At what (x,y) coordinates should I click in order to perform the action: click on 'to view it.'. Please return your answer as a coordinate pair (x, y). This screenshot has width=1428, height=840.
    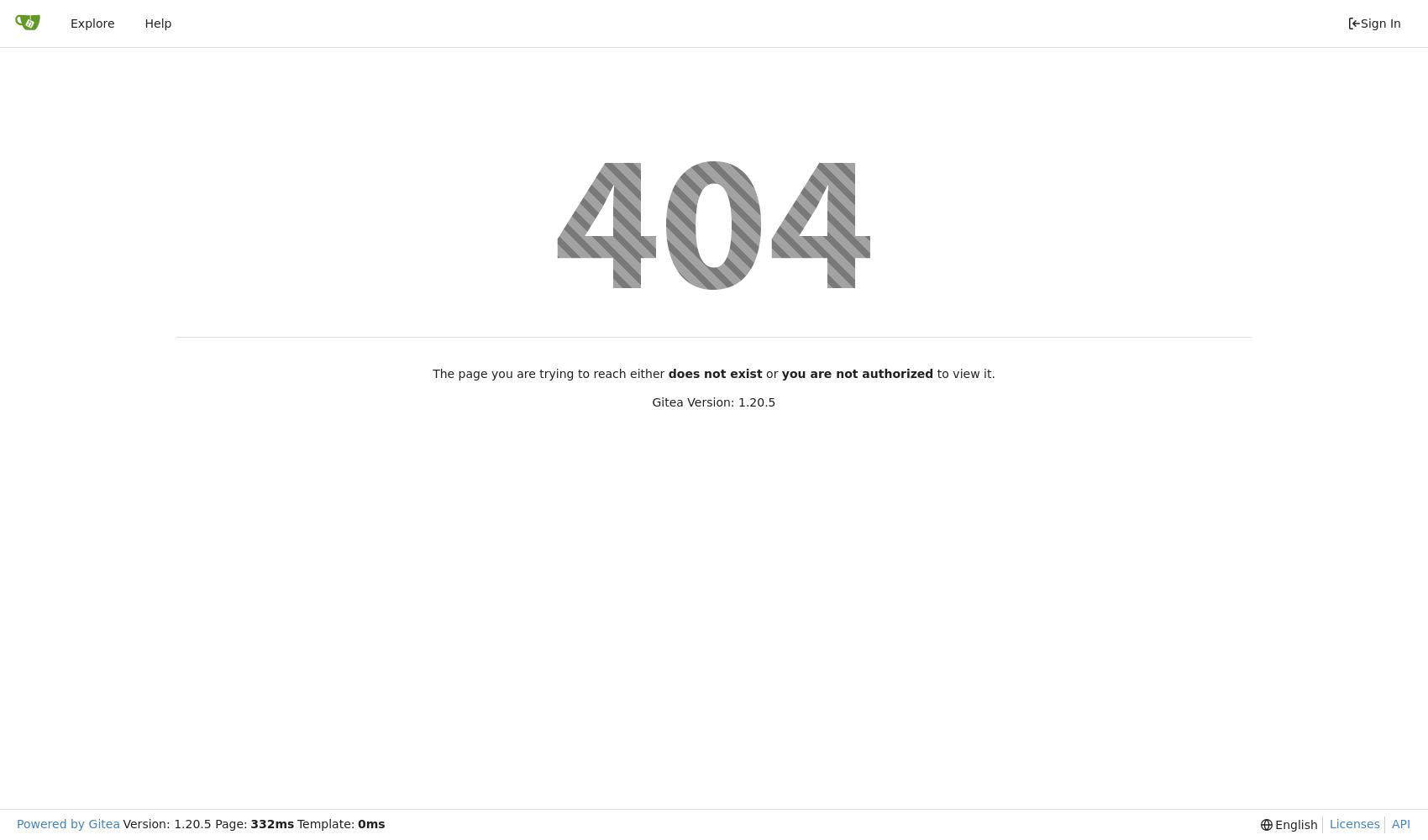
    Looking at the image, I should click on (963, 373).